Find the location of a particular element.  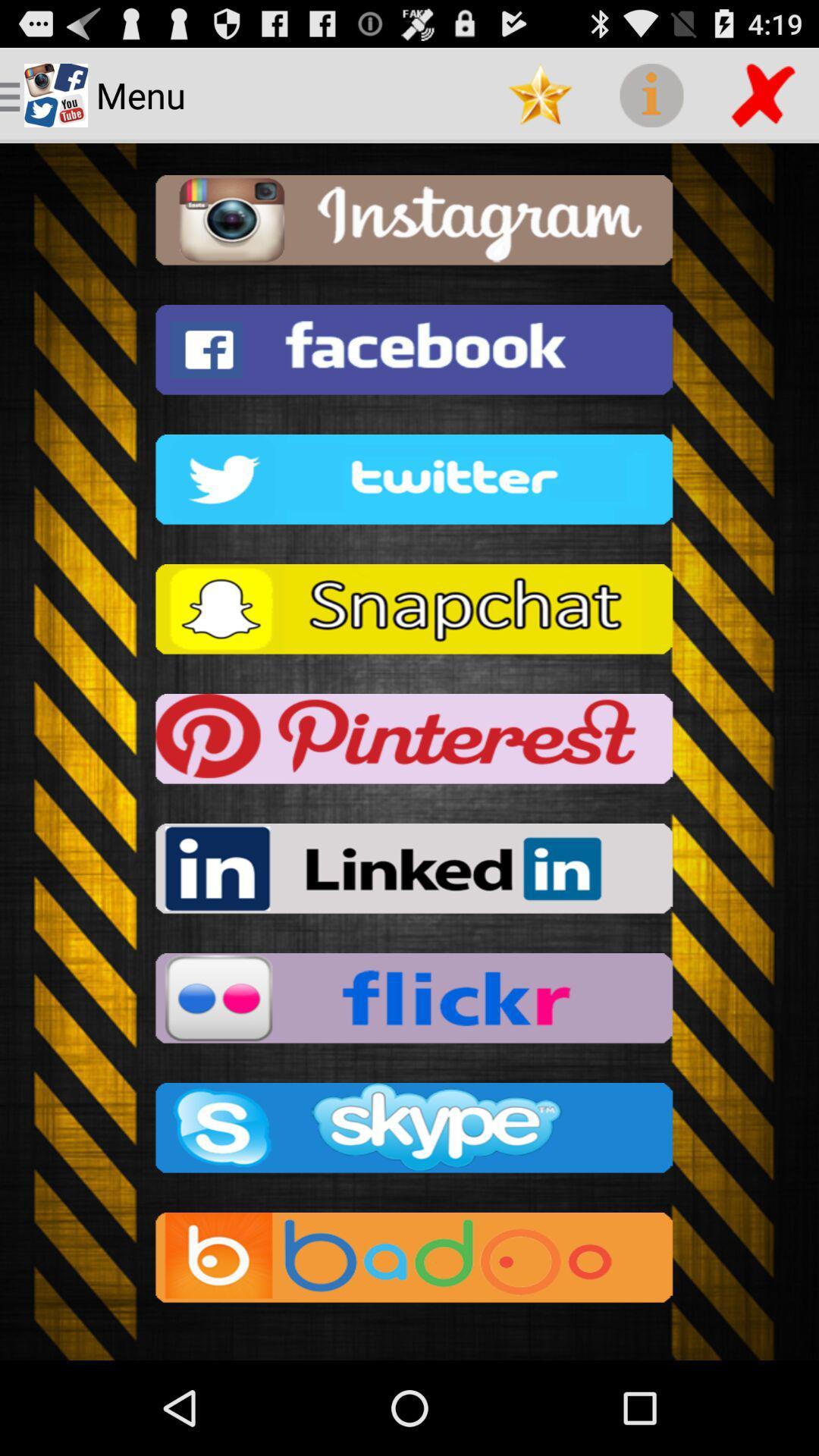

abrir funo twitter is located at coordinates (409, 483).